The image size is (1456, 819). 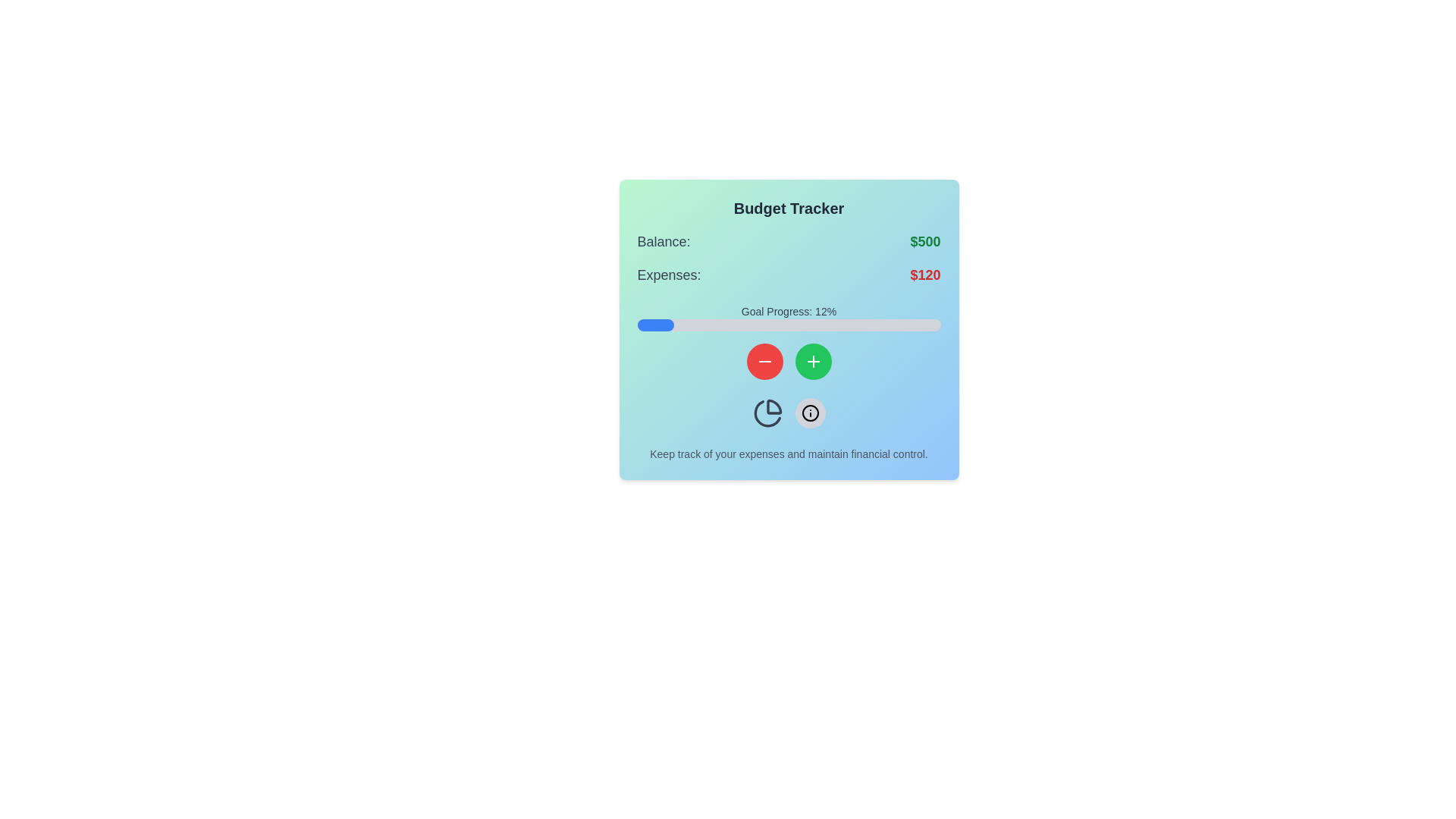 I want to click on the icon representing a pie chart in the budget tracker interface, so click(x=767, y=413).